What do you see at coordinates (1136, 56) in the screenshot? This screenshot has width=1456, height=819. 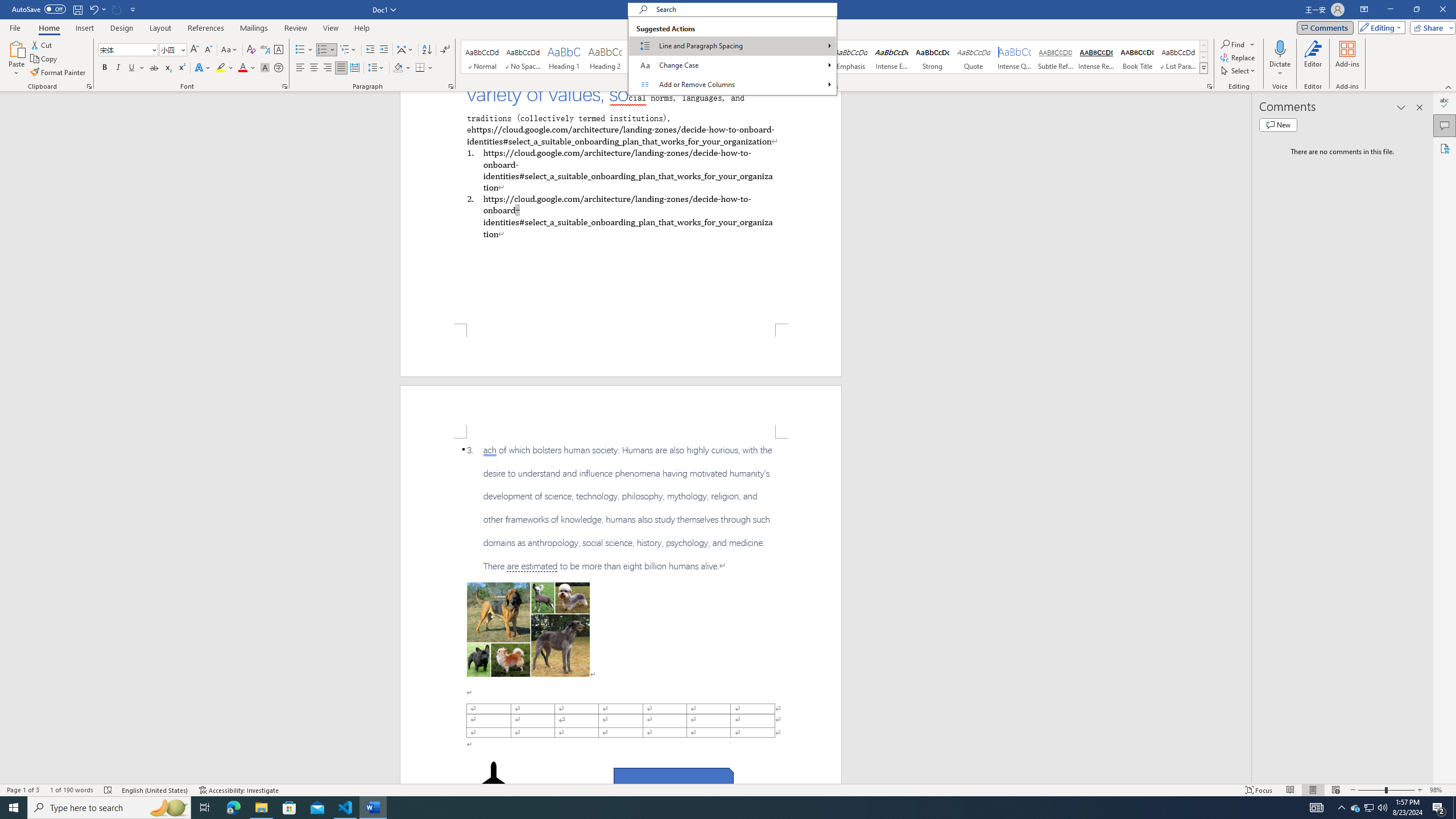 I see `'Book Title'` at bounding box center [1136, 56].